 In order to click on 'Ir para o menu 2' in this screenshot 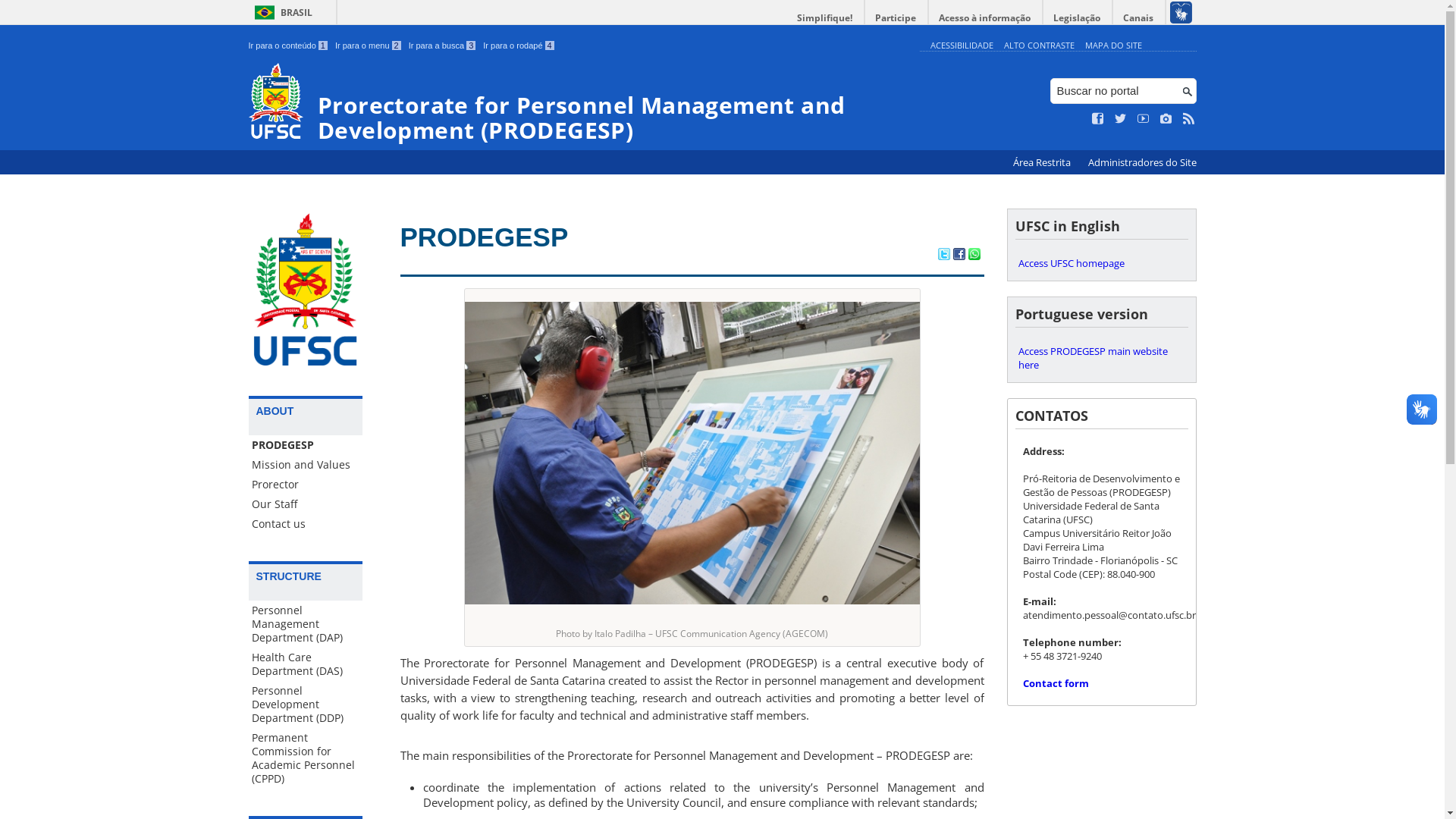, I will do `click(368, 45)`.